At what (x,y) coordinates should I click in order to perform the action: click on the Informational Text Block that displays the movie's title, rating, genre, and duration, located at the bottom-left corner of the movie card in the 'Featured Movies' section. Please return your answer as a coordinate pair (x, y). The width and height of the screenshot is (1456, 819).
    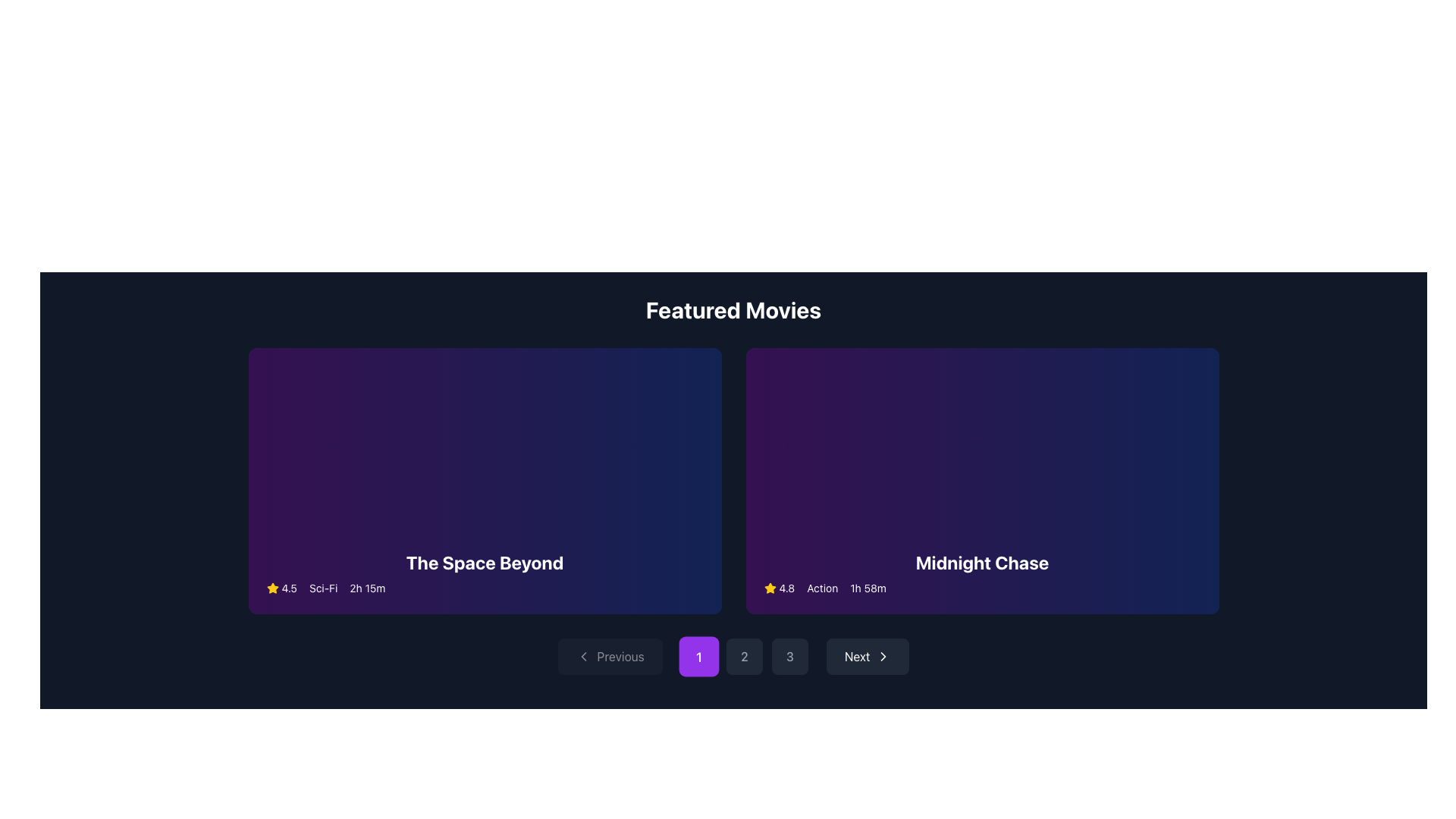
    Looking at the image, I should click on (484, 573).